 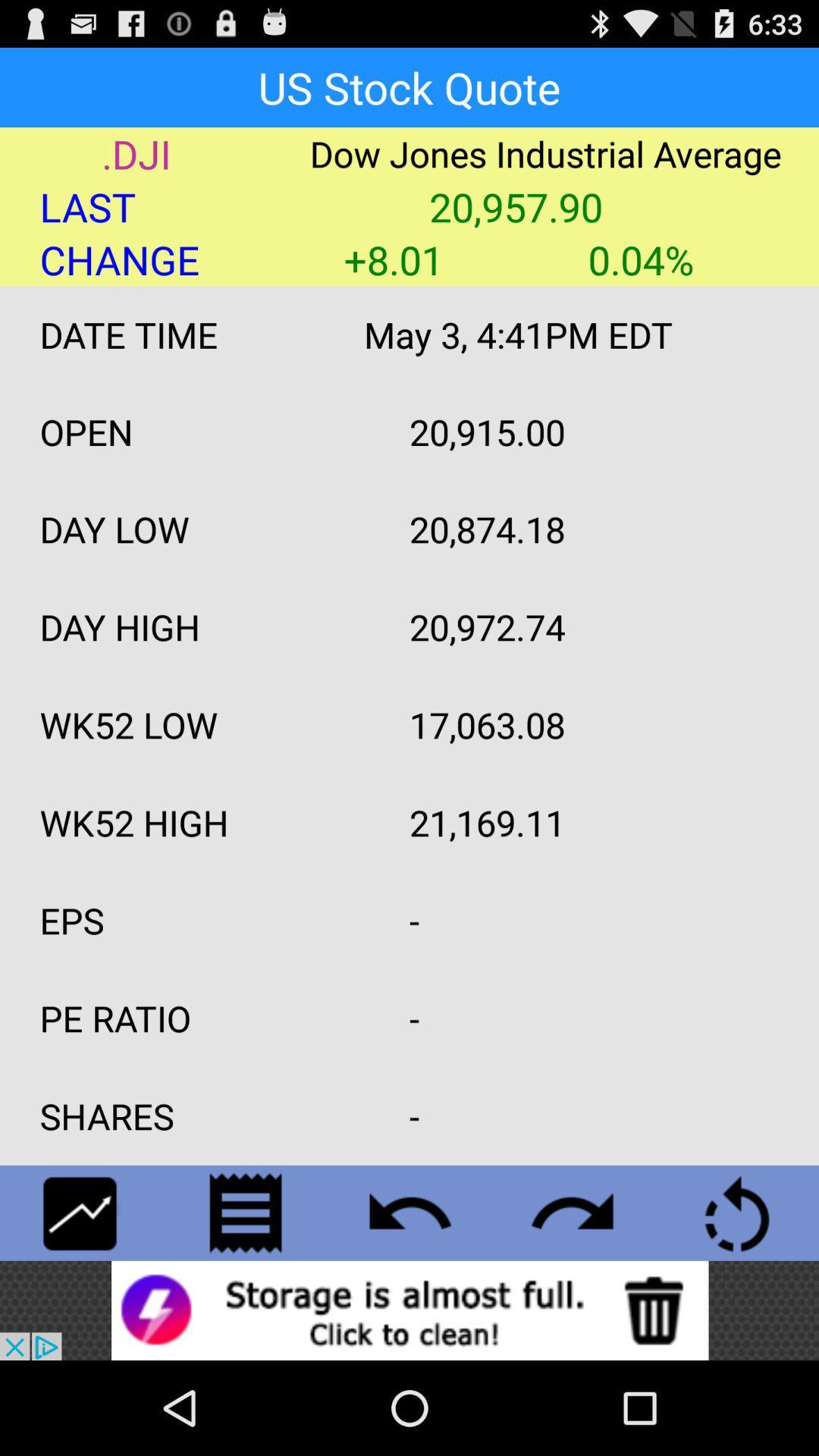 What do you see at coordinates (573, 1212) in the screenshot?
I see `next` at bounding box center [573, 1212].